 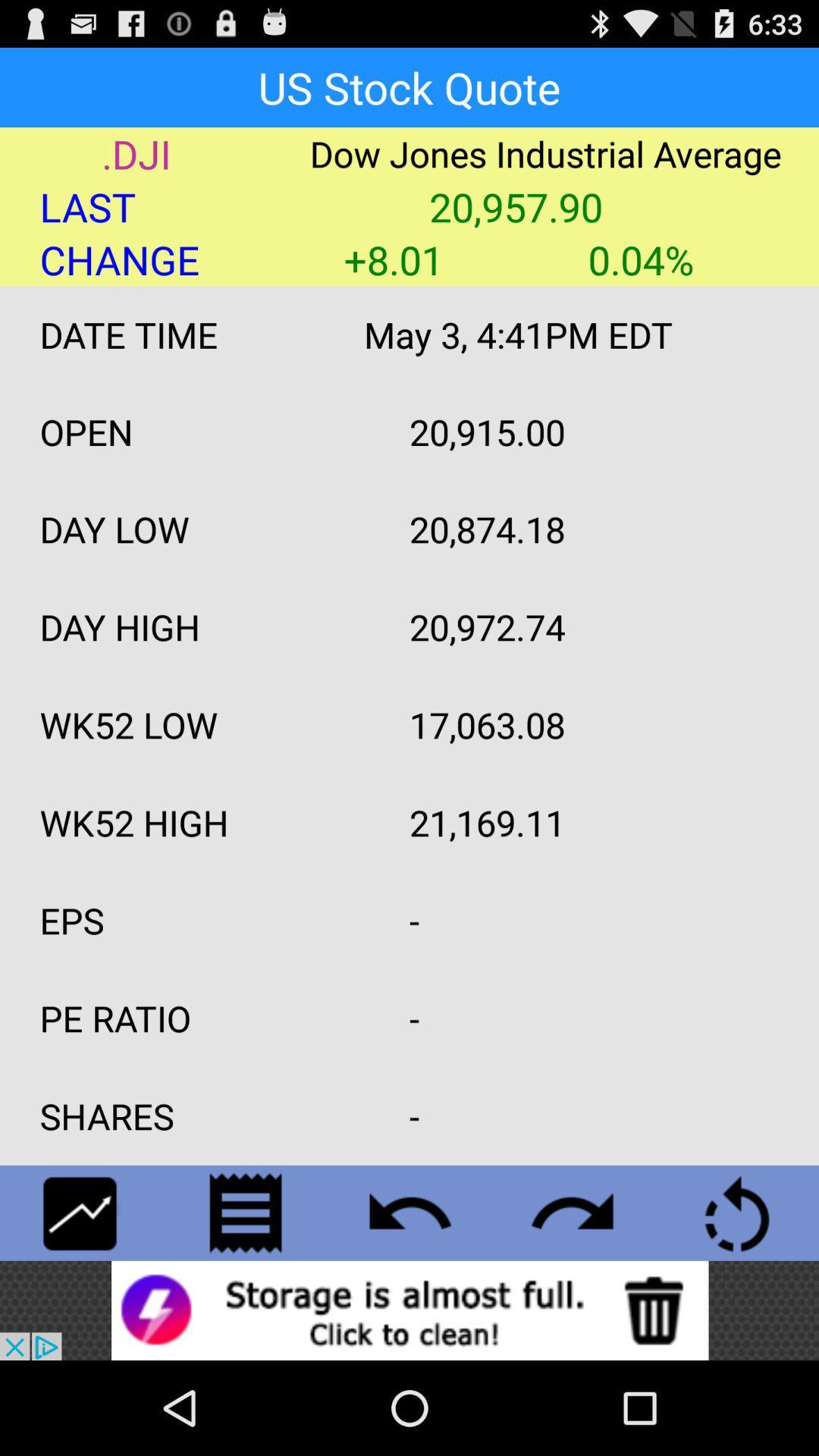 What do you see at coordinates (573, 1212) in the screenshot?
I see `next` at bounding box center [573, 1212].